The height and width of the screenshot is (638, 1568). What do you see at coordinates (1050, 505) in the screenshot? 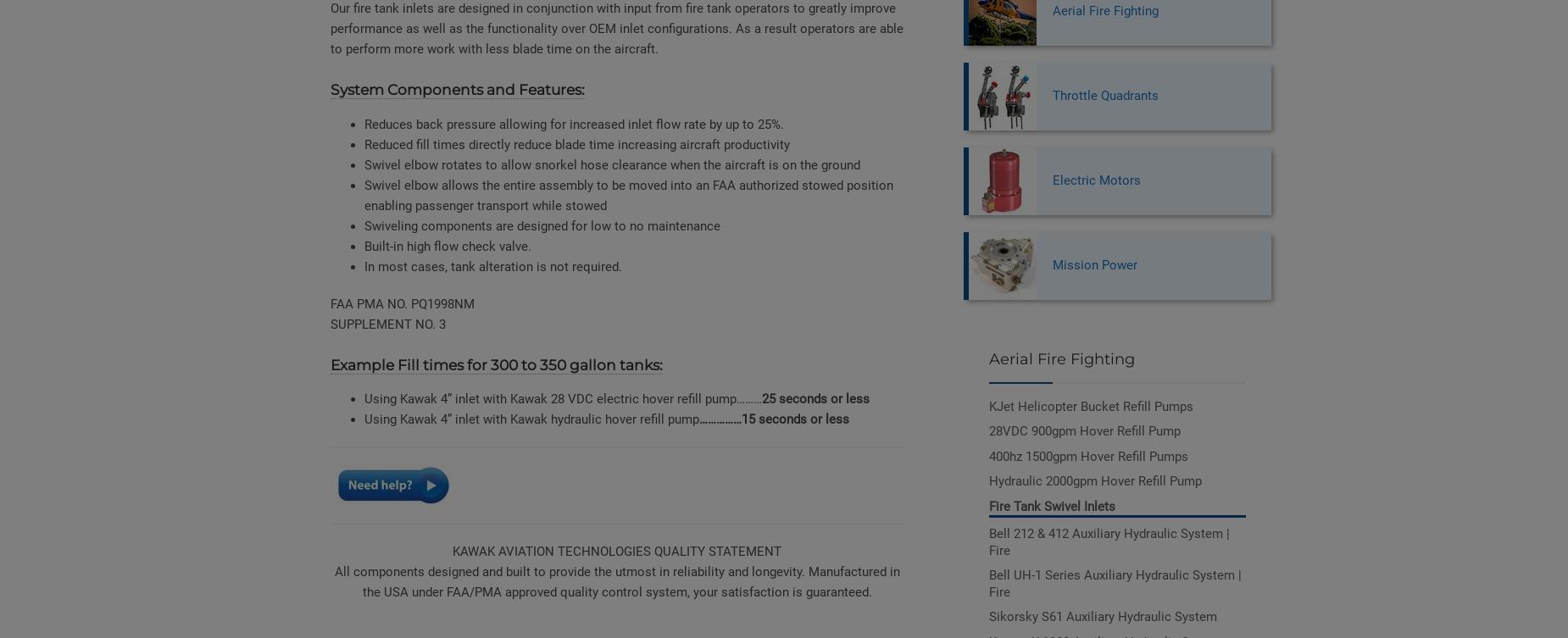
I see `'Fire Tank Swivel Inlets'` at bounding box center [1050, 505].